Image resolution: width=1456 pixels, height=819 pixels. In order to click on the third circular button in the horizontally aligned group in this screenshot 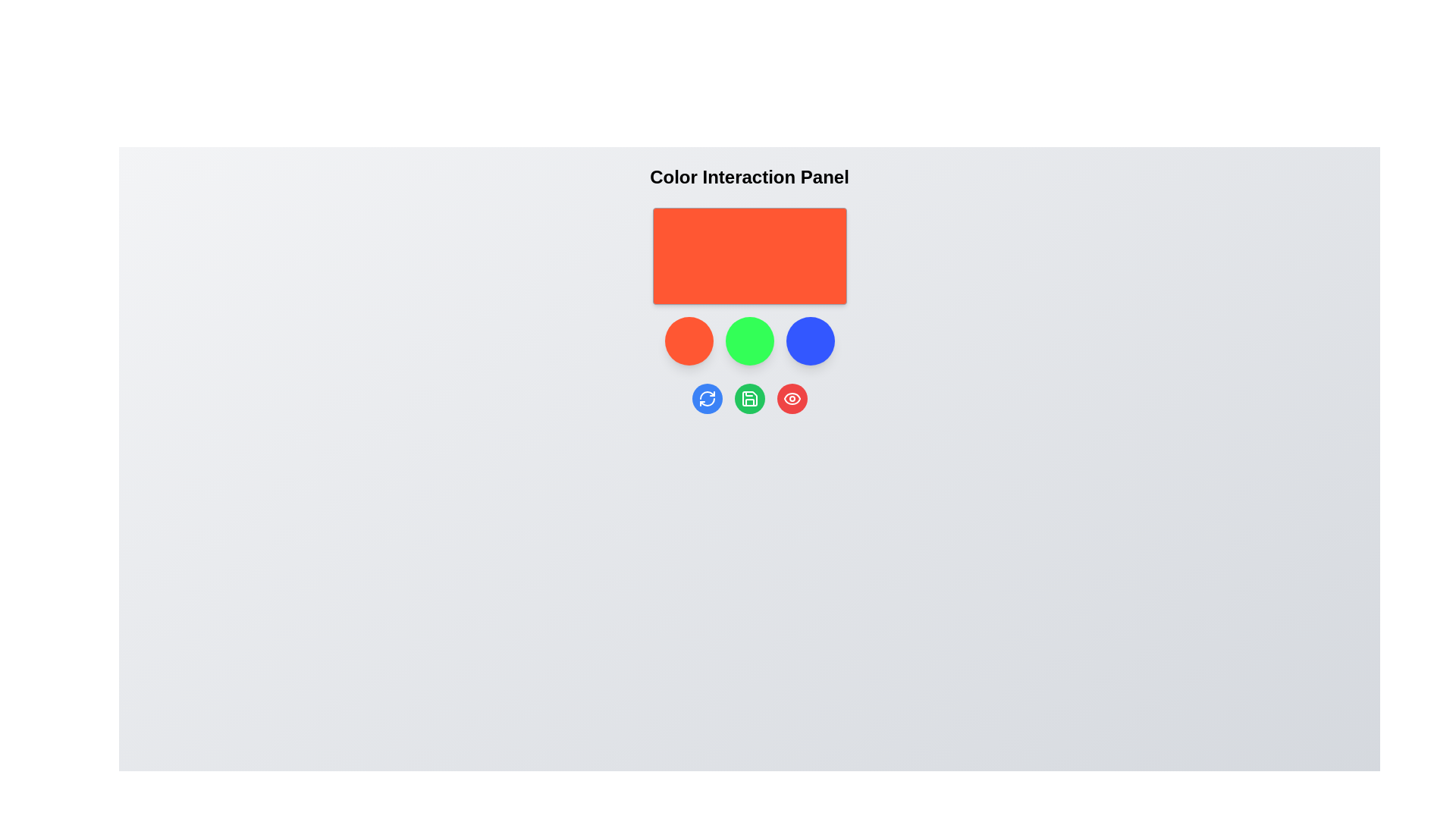, I will do `click(809, 341)`.